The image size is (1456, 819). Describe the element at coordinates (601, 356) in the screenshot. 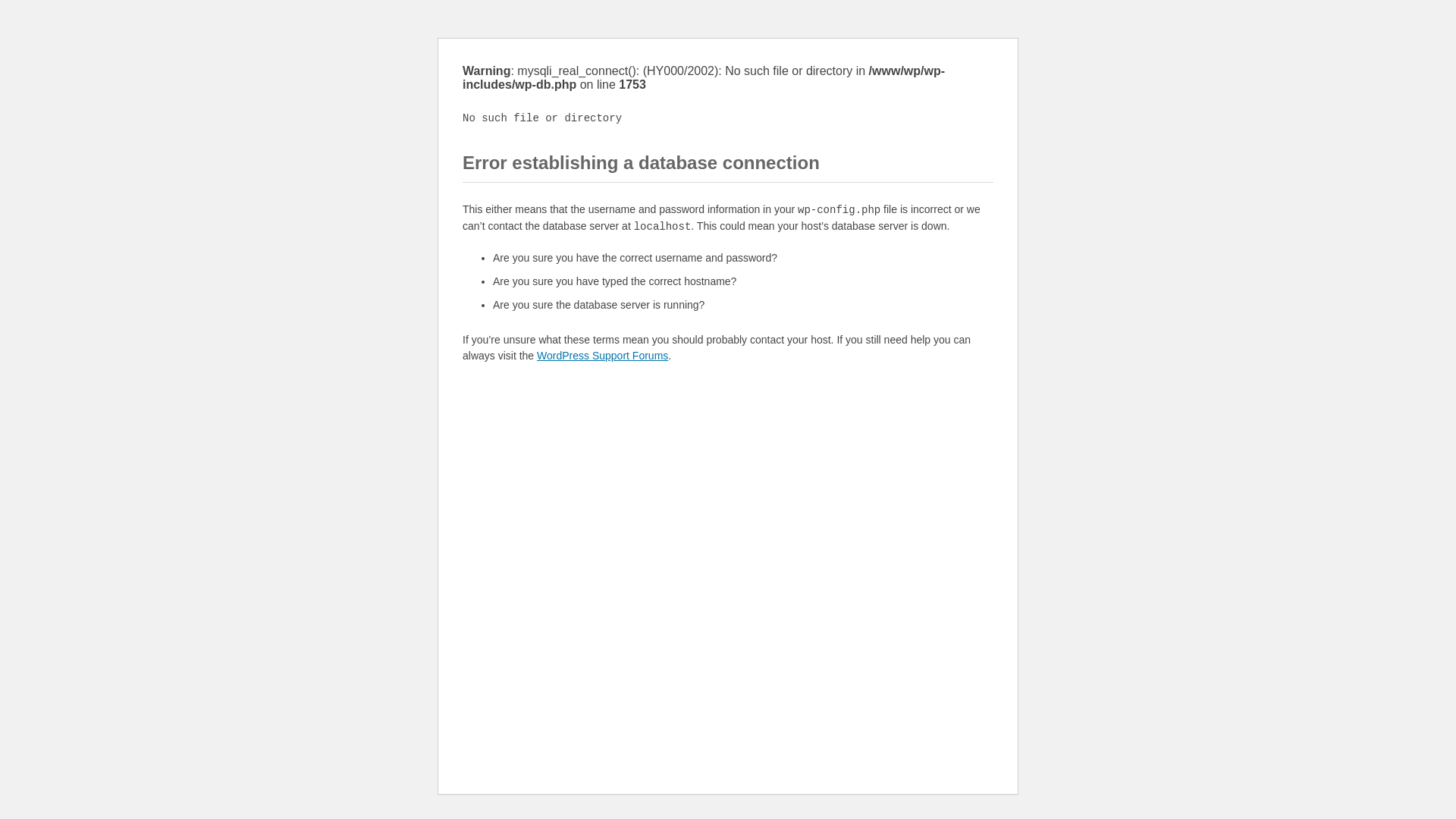

I see `'WordPress Support Forums'` at that location.